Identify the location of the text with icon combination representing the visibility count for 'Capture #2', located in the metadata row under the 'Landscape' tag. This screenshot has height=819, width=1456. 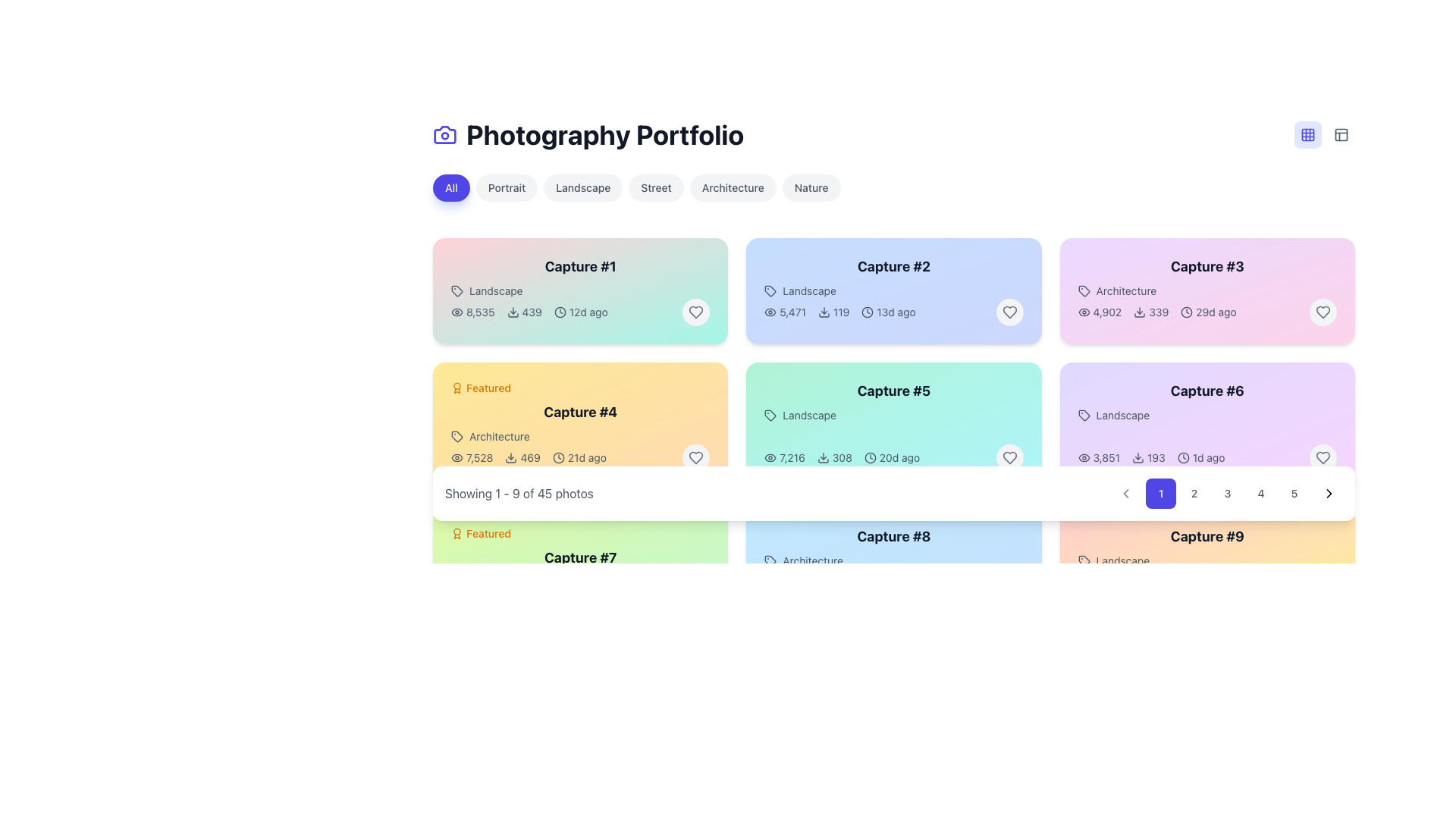
(785, 312).